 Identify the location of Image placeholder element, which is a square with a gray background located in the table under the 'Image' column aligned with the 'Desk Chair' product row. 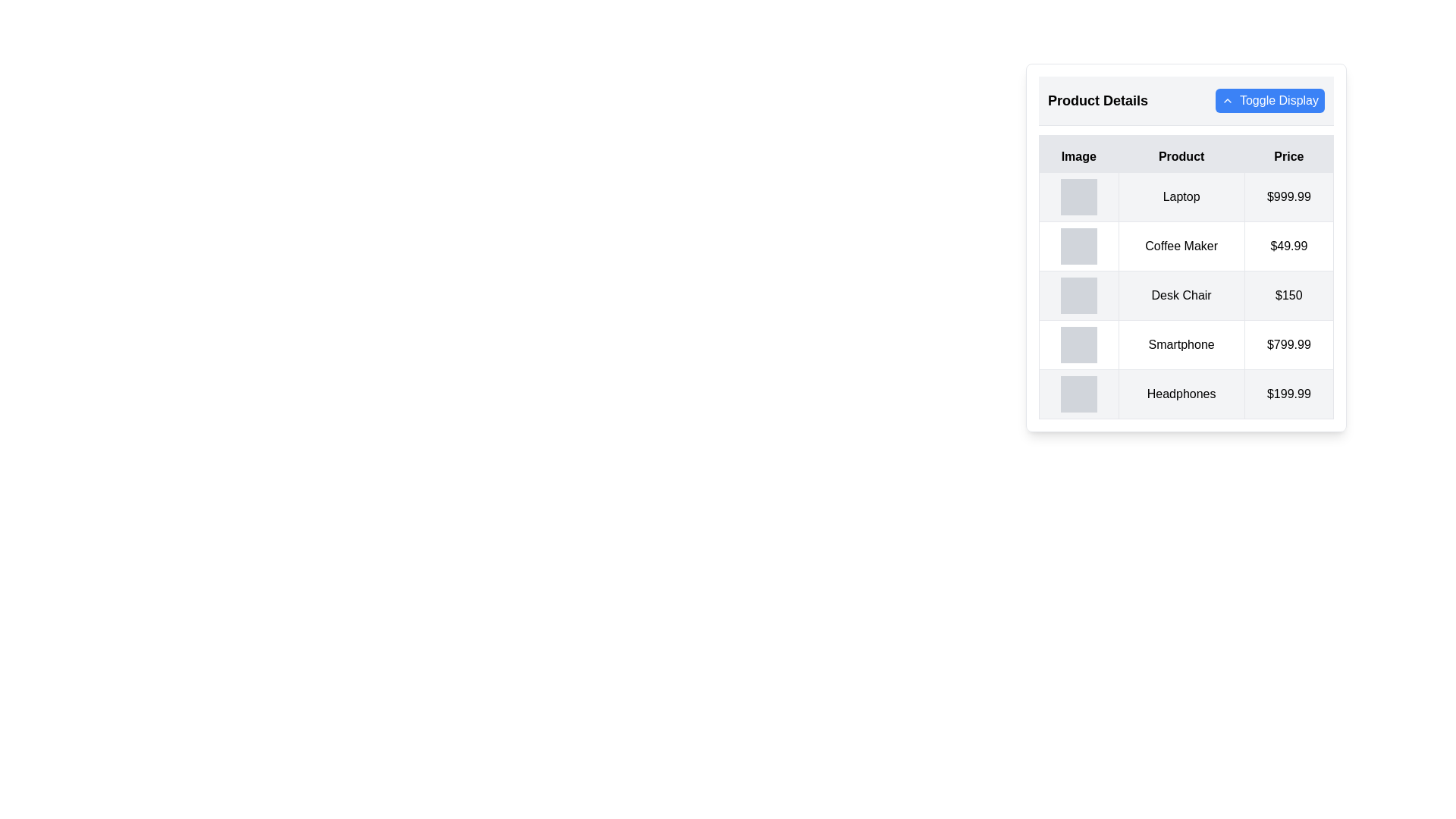
(1078, 295).